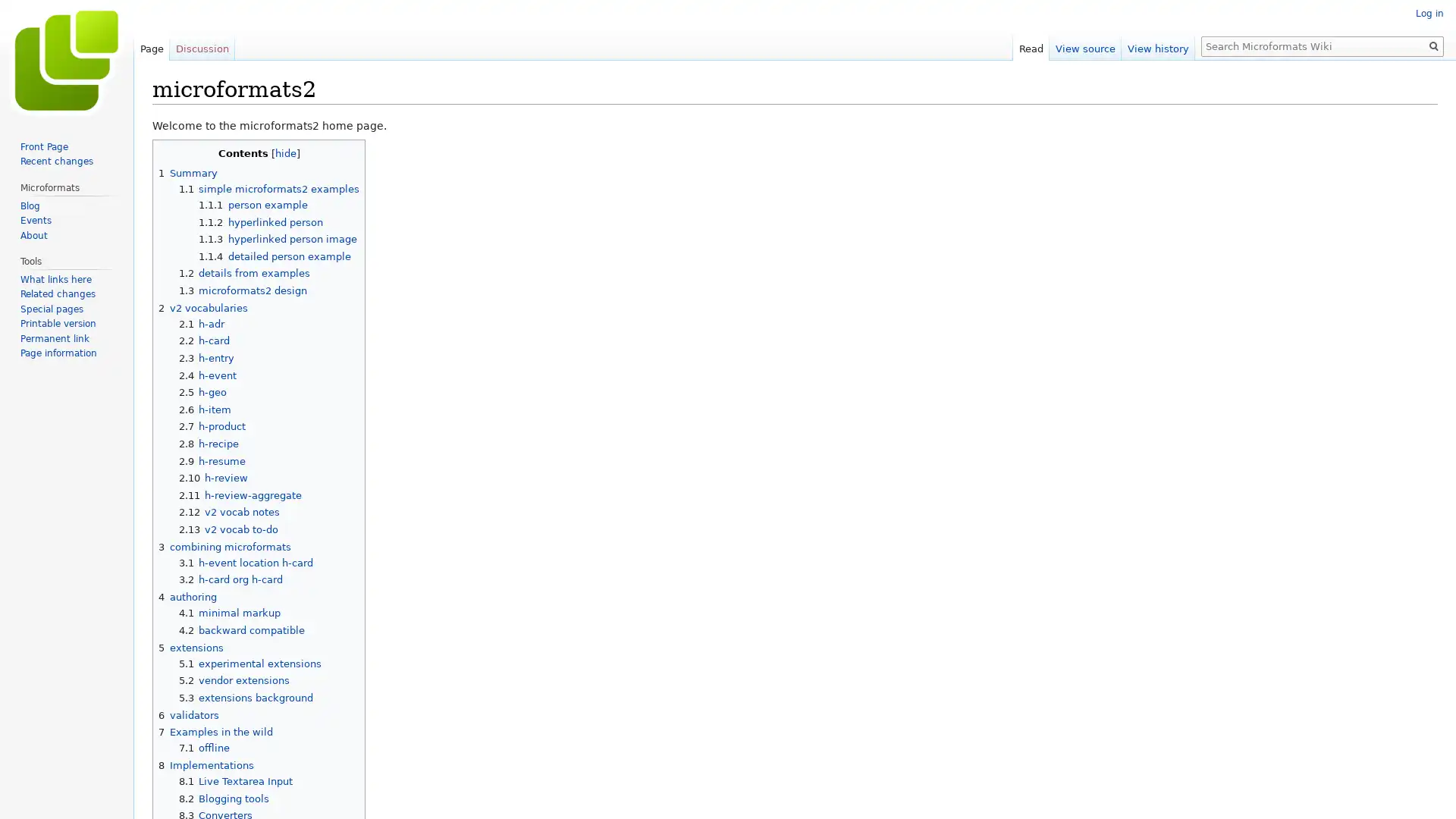 The width and height of the screenshot is (1456, 819). Describe the element at coordinates (1433, 45) in the screenshot. I see `Go` at that location.